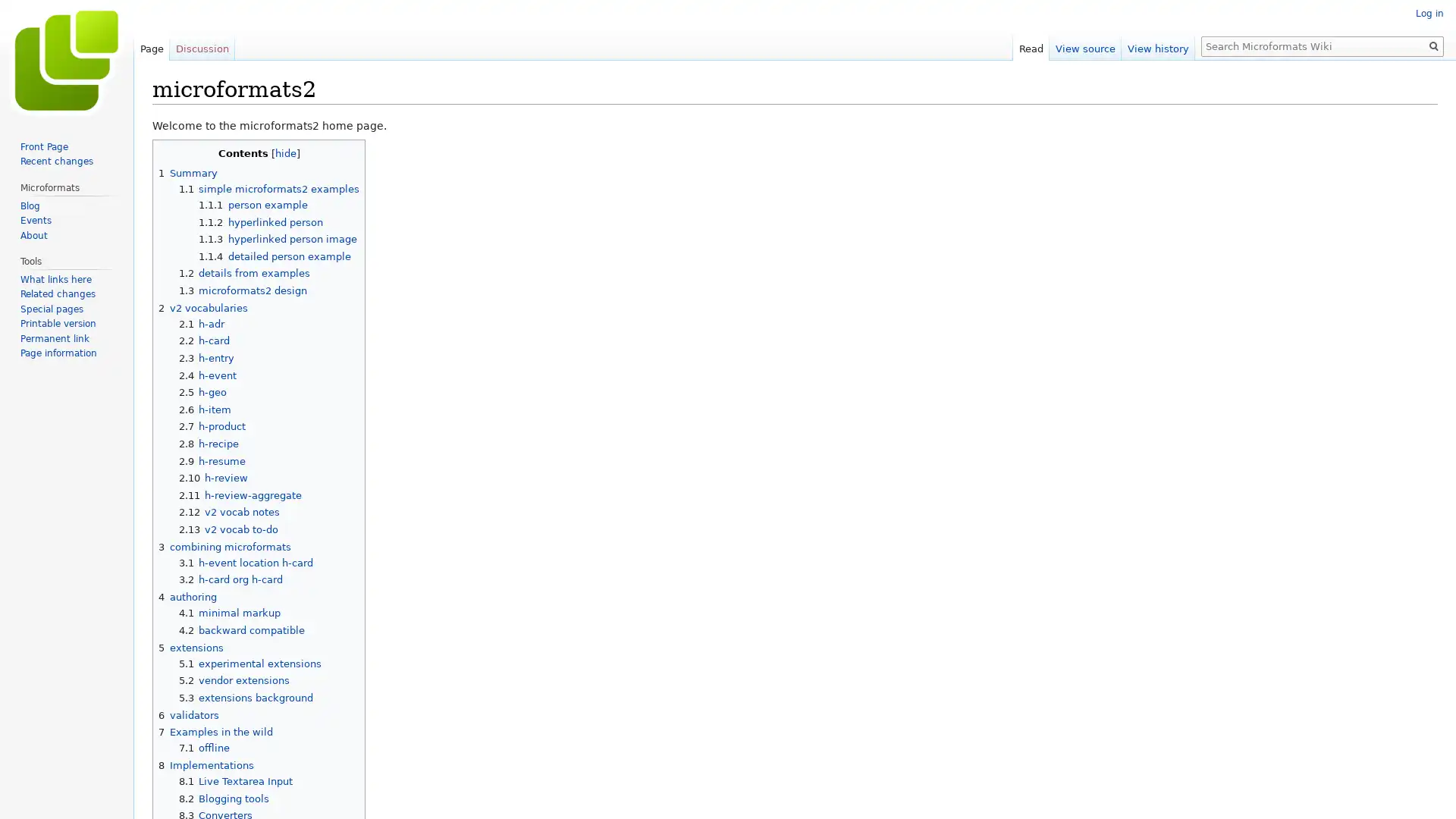 The width and height of the screenshot is (1456, 819). Describe the element at coordinates (1433, 45) in the screenshot. I see `Go` at that location.